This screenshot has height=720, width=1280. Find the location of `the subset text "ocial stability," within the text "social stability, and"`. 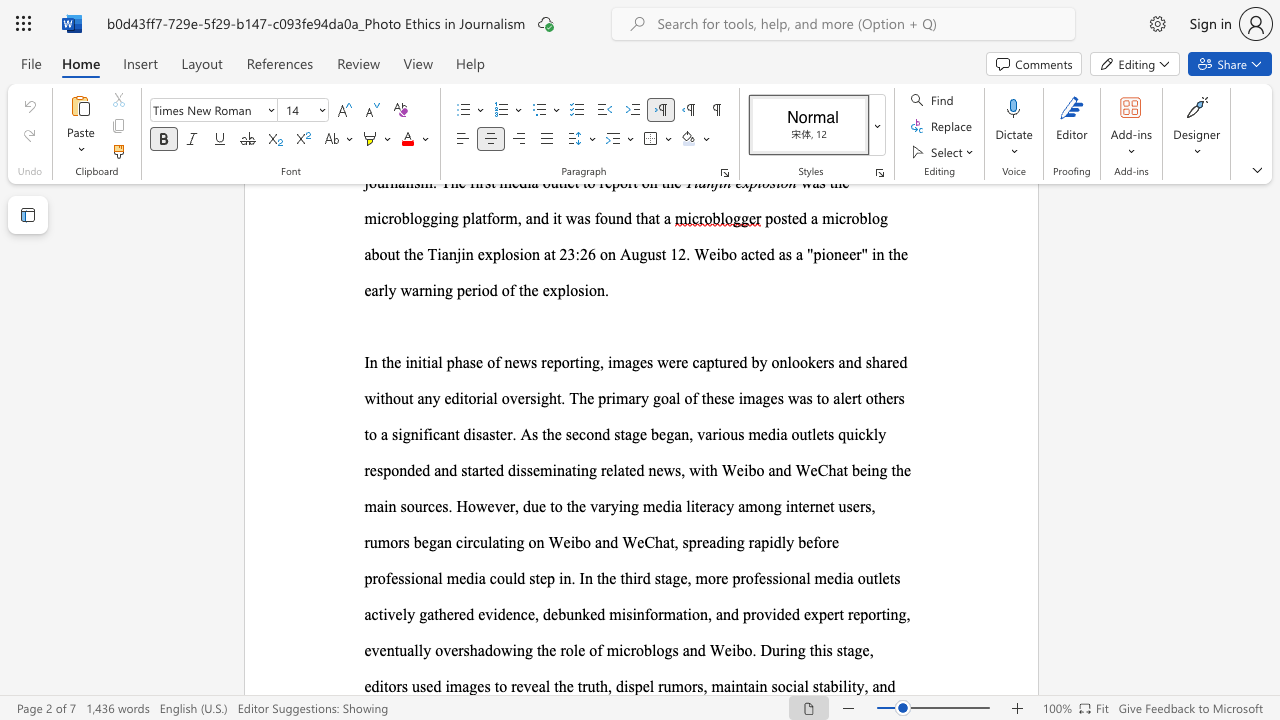

the subset text "ocial stability," within the text "social stability, and" is located at coordinates (776, 685).